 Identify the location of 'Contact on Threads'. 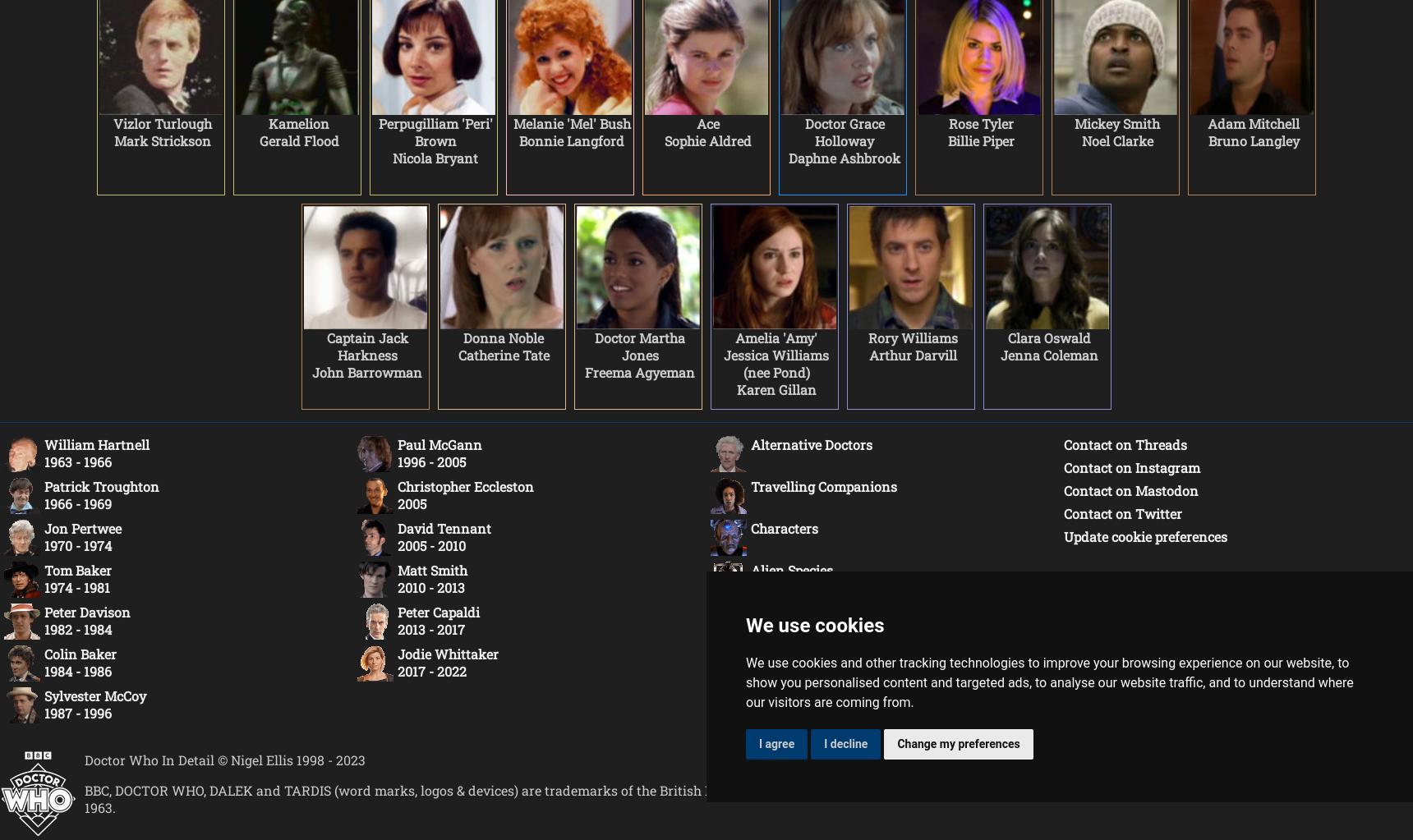
(1125, 443).